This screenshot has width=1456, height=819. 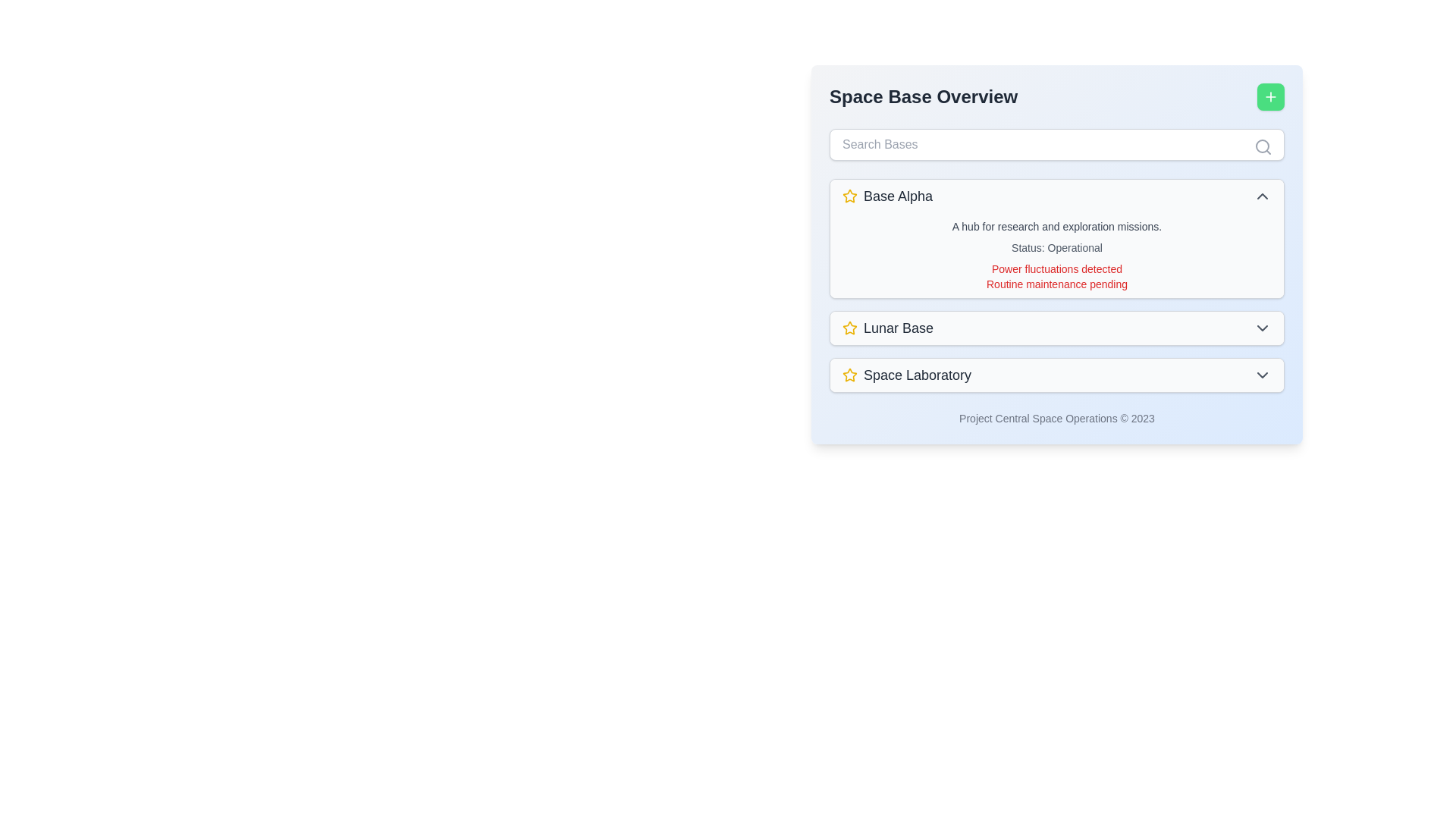 I want to click on the minimalistic gray magnifying glass SVG icon located in the top-right corner of the 'Search Bases' input field, so click(x=1263, y=146).